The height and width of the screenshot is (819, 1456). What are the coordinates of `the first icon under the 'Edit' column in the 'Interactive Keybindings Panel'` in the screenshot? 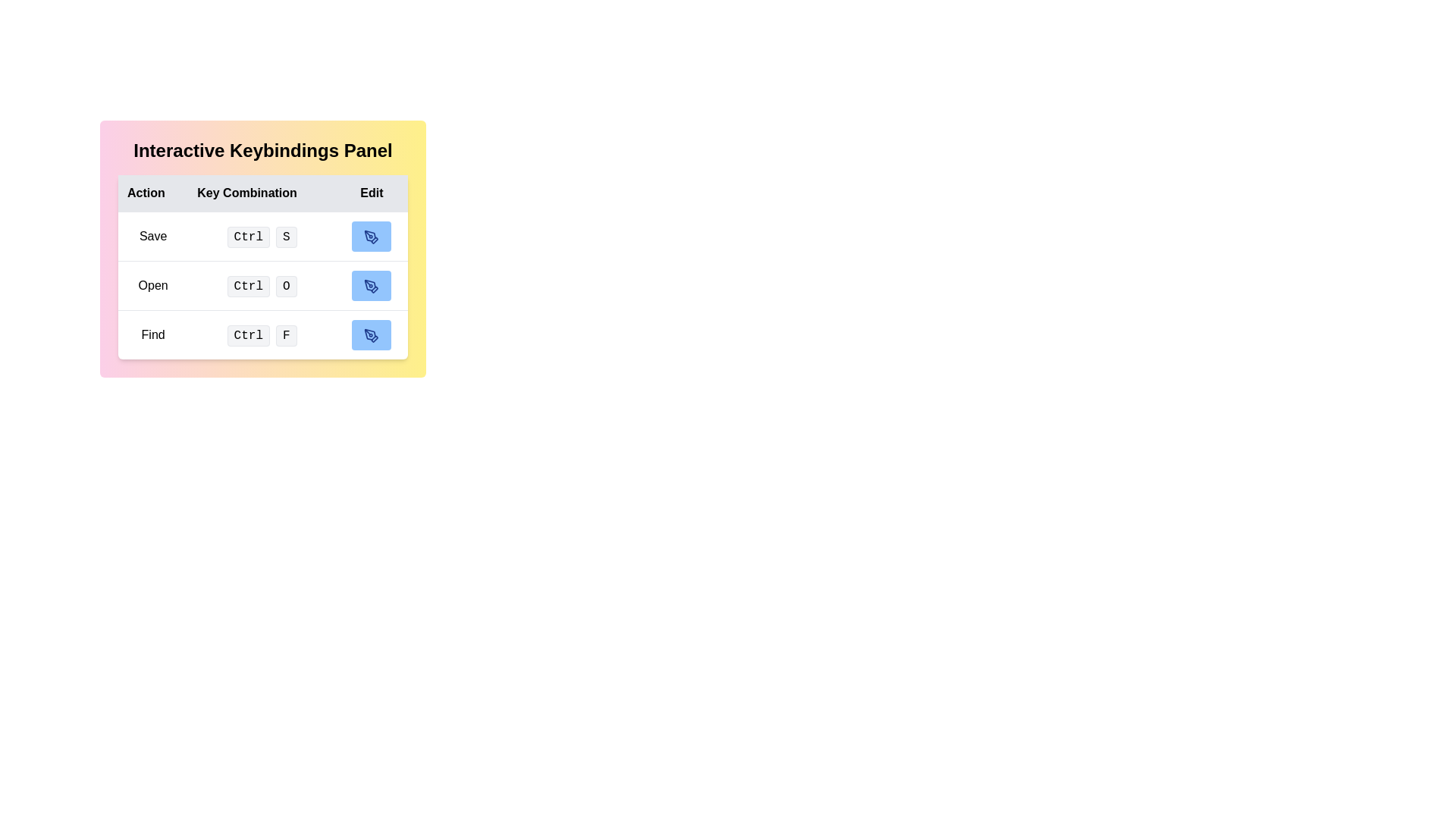 It's located at (372, 237).